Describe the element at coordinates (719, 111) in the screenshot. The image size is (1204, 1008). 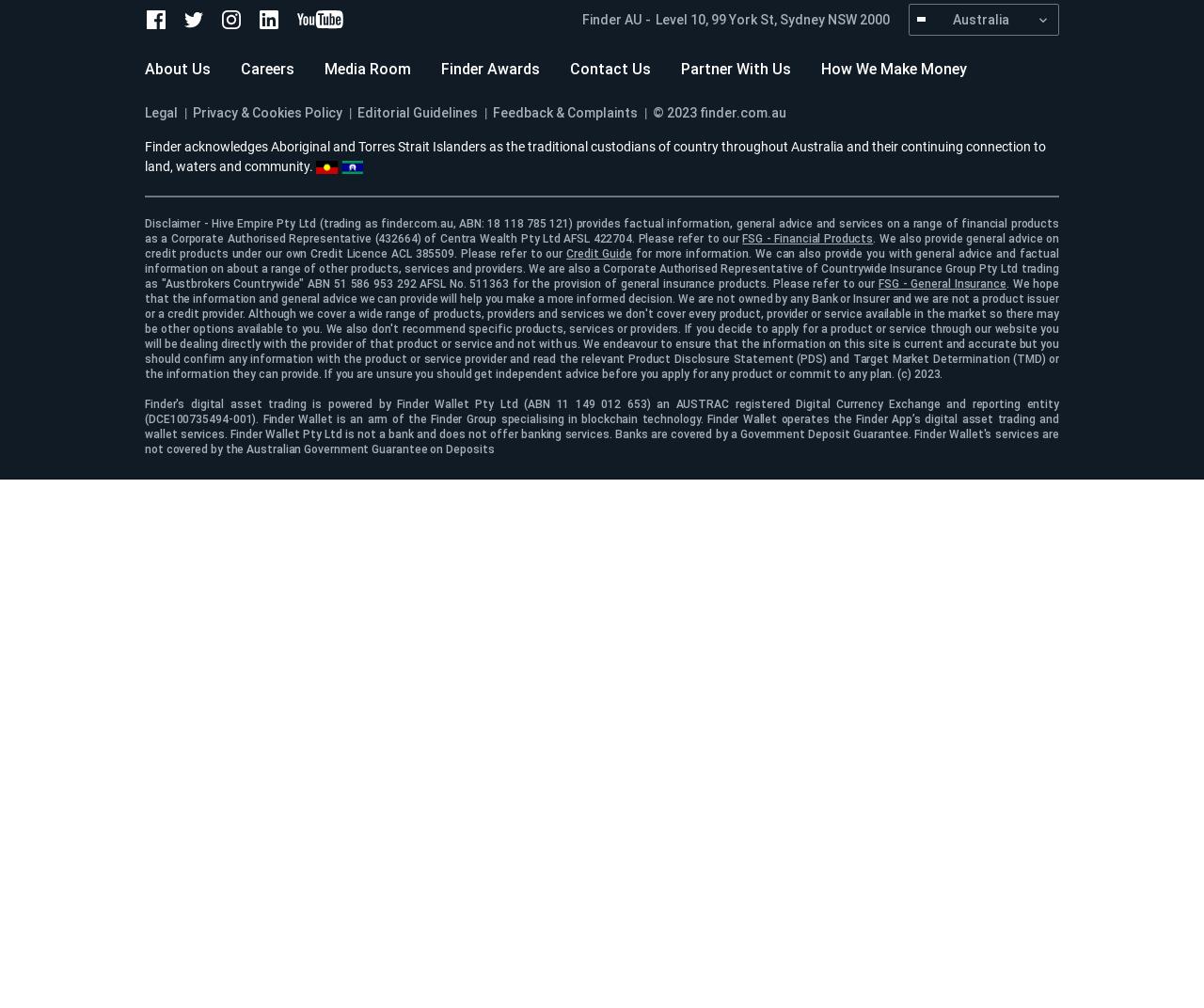
I see `'©
							2023
							finder.com.au'` at that location.